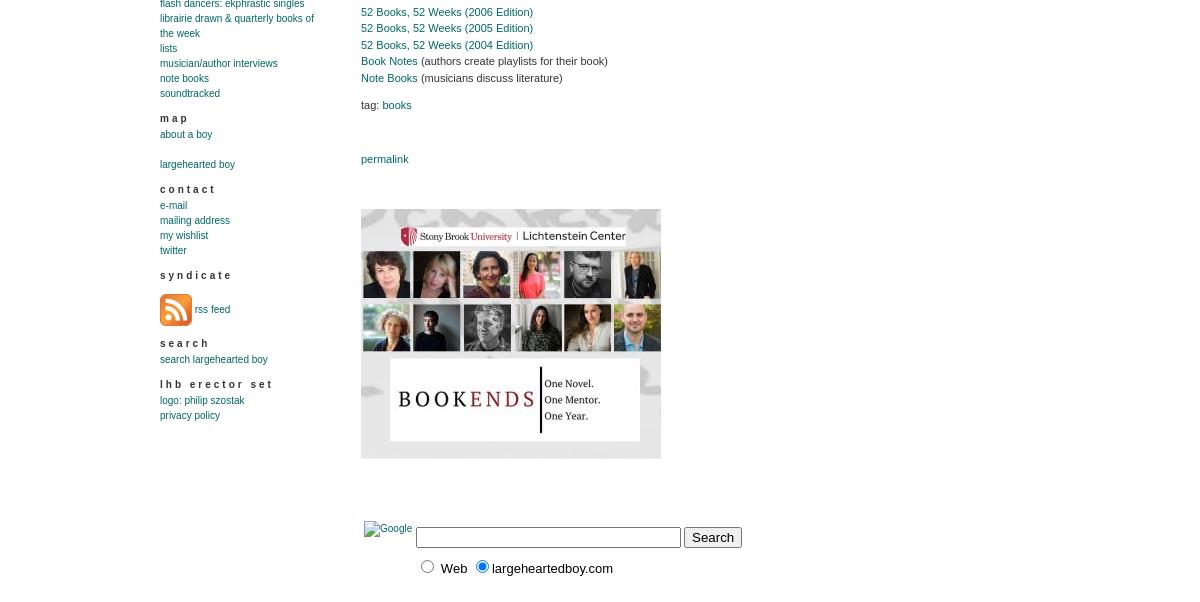 The height and width of the screenshot is (602, 1200). What do you see at coordinates (416, 60) in the screenshot?
I see `'(authors create playlists for their book)'` at bounding box center [416, 60].